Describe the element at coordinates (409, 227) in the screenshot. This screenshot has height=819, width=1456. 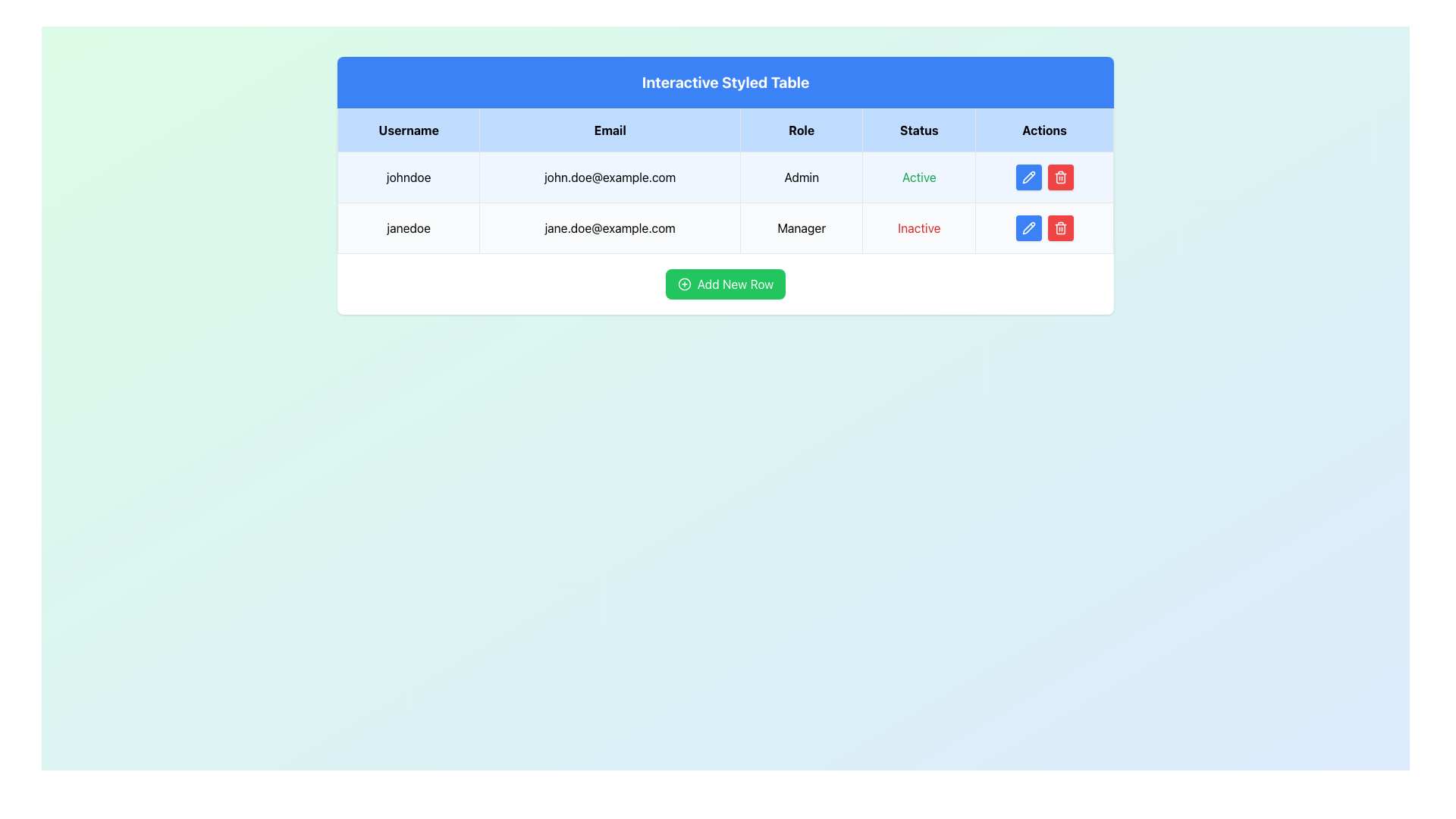
I see `the text label displaying 'janedoe' in the second row, first column of the table` at that location.